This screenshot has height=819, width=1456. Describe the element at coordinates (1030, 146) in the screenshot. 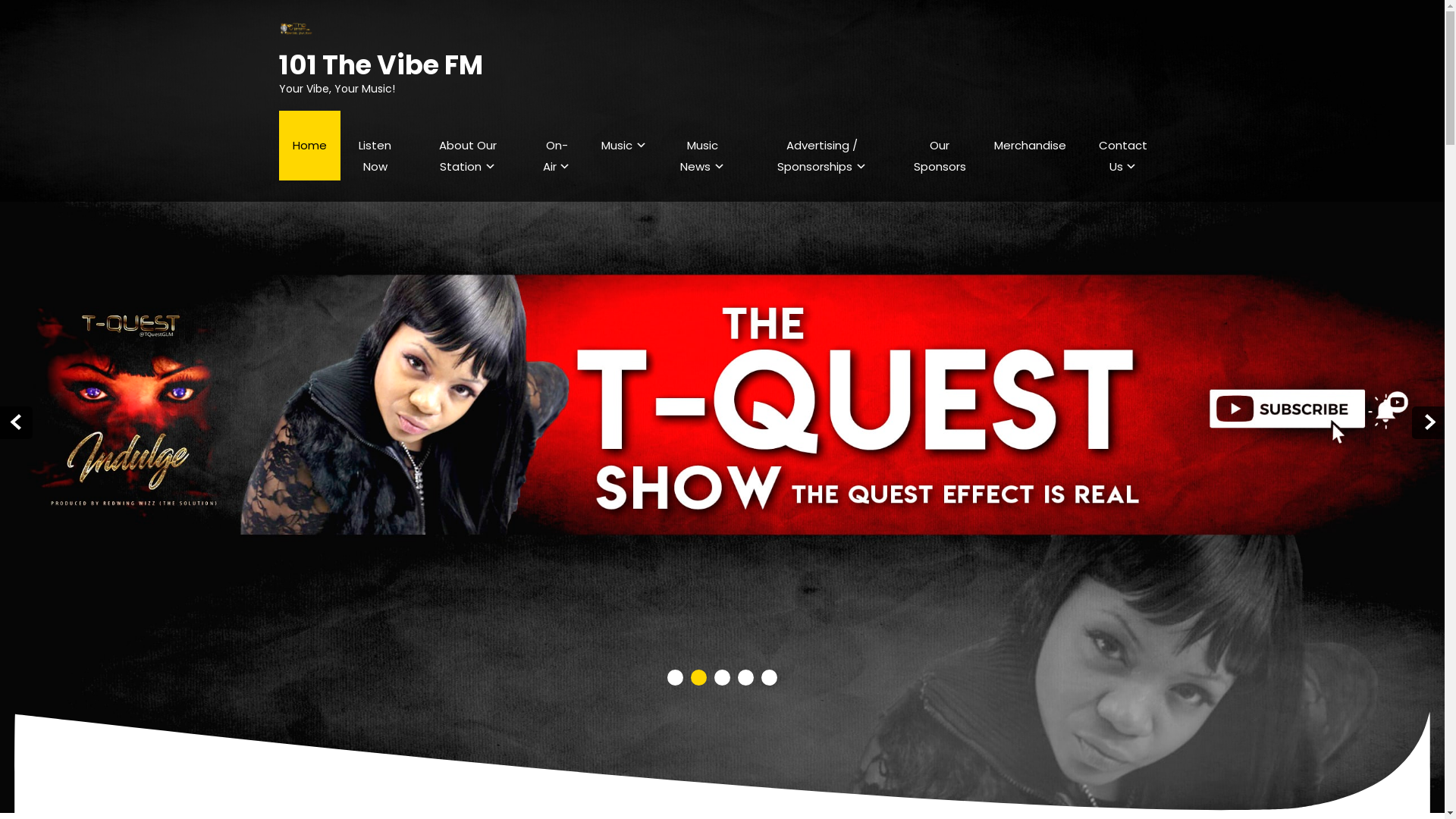

I see `'Merchandise'` at that location.